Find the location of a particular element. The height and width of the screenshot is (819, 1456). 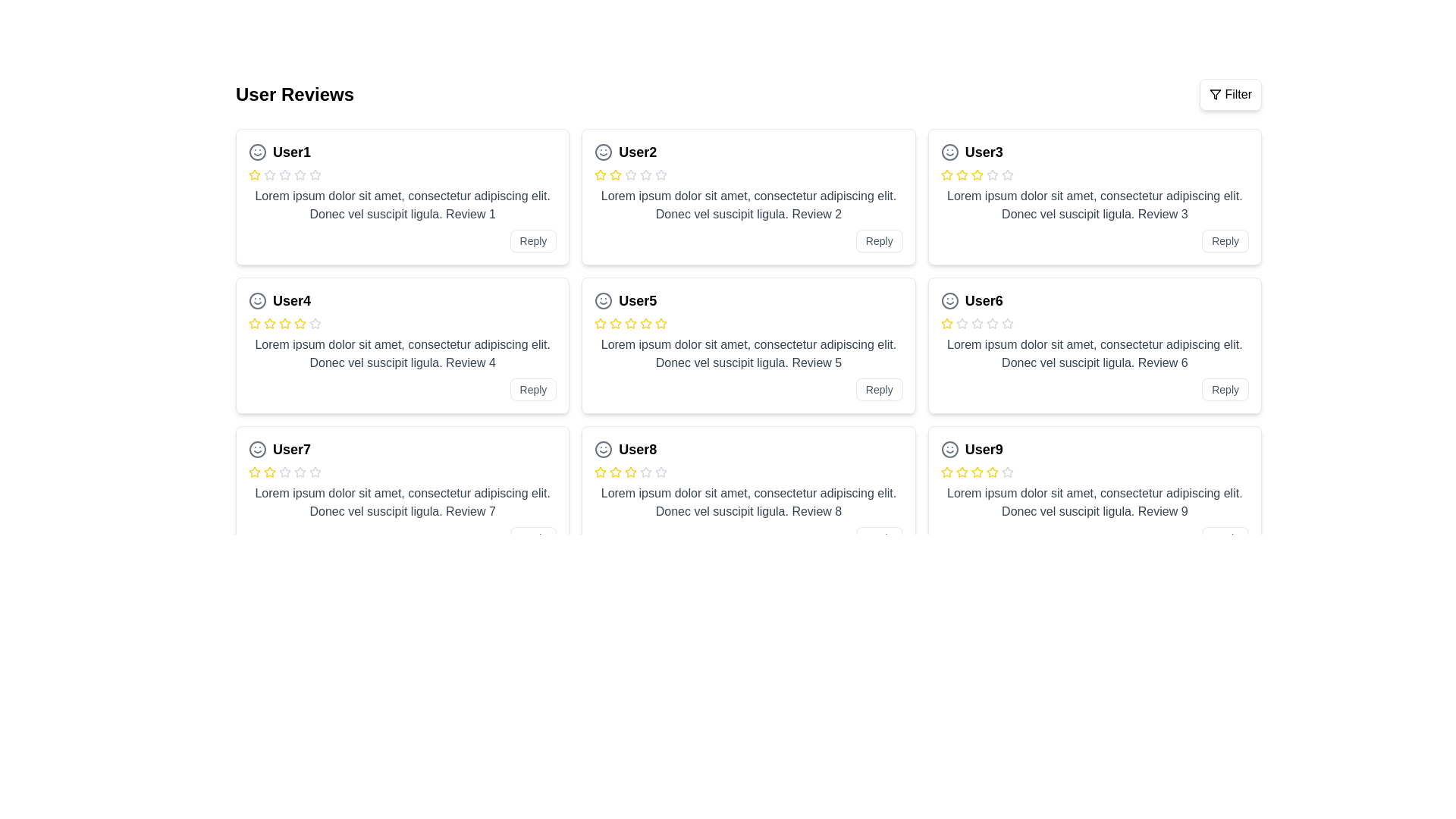

the smiley face icon located to the left of the username 'User2' in the card layout of the review grid is located at coordinates (603, 152).